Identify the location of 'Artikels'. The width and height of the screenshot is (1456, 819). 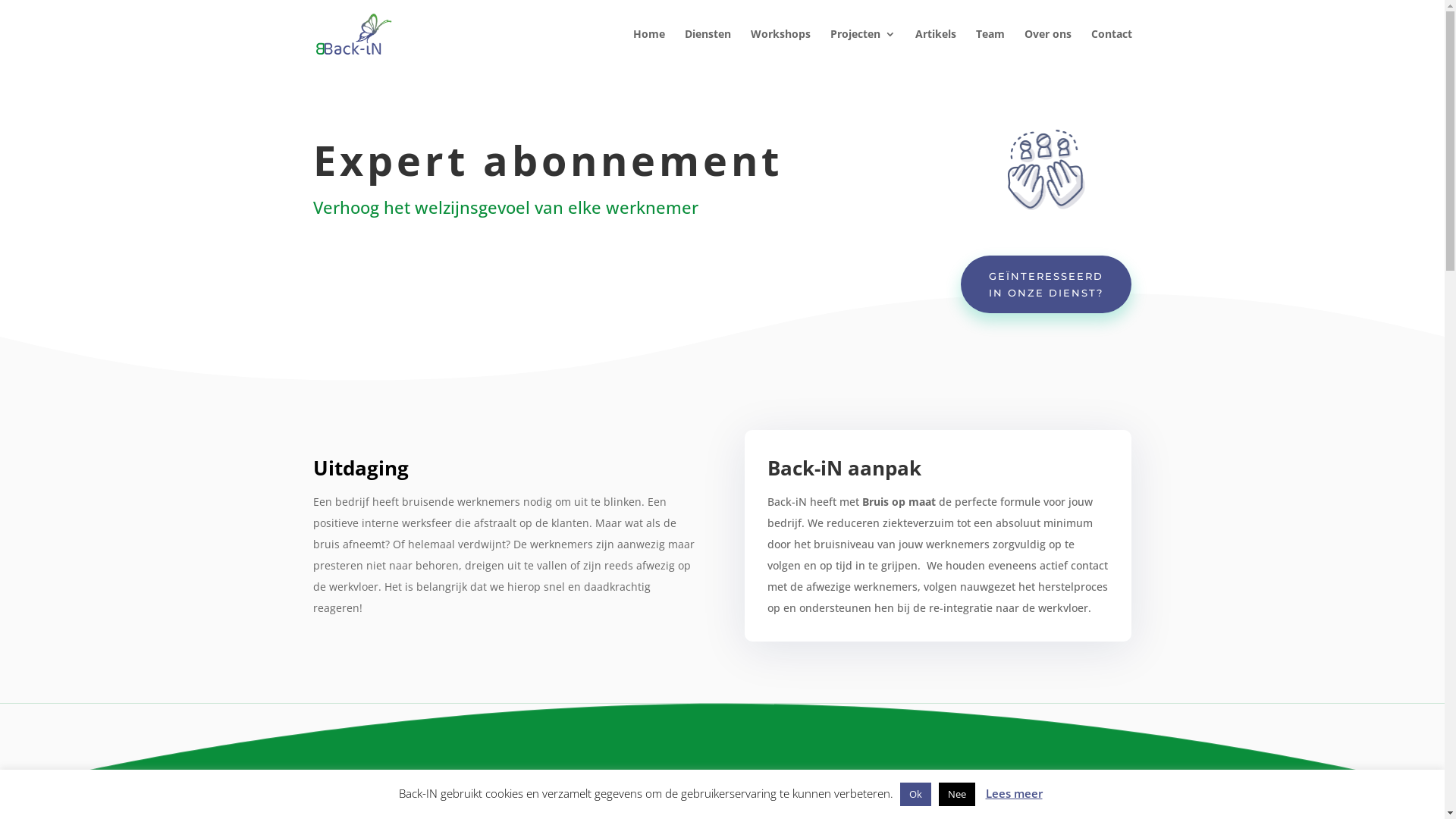
(934, 48).